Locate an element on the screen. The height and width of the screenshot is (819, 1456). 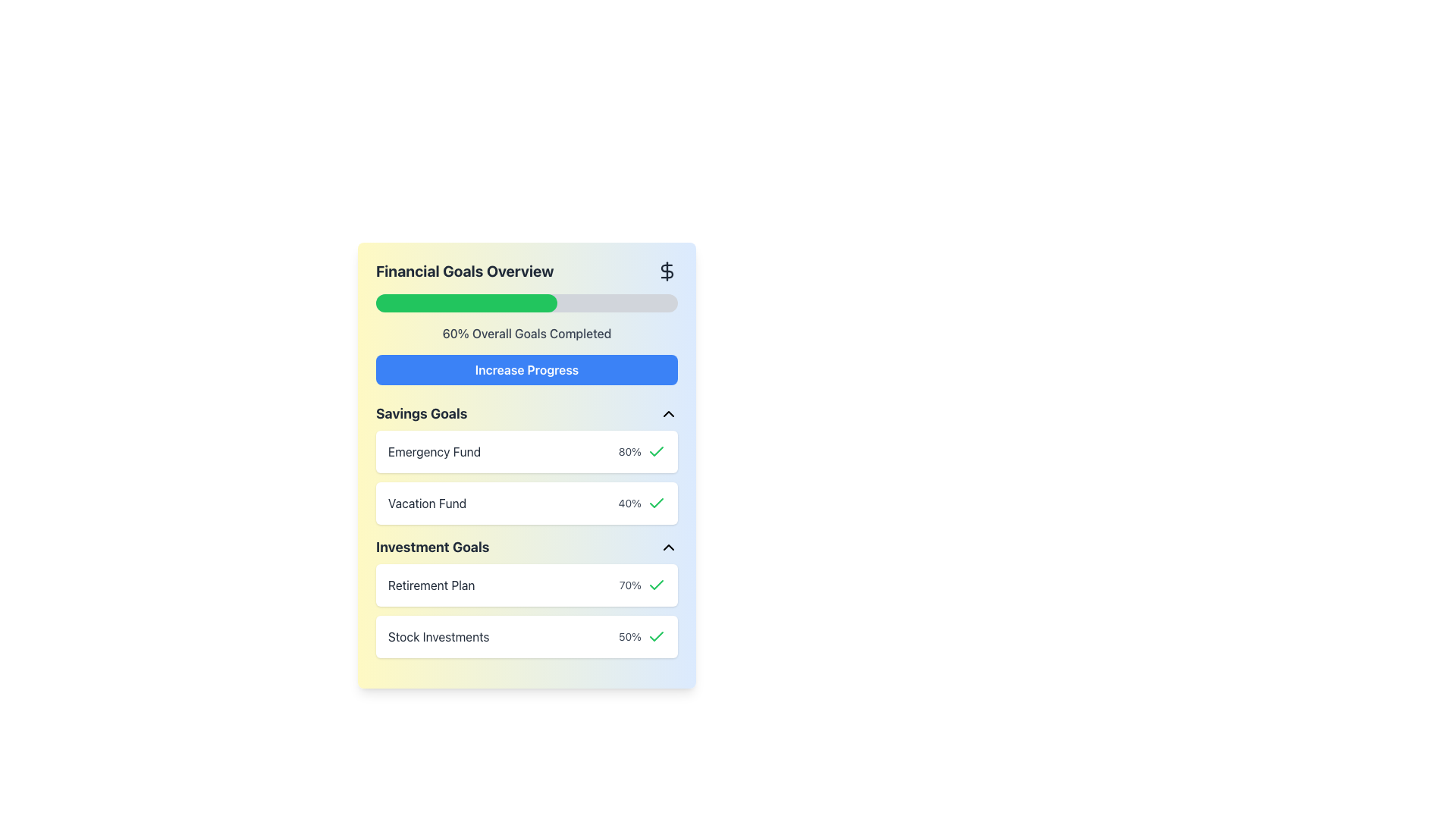
the List Item Group displaying 'Retirement Plan' and 'Stock Investments' blocks, which are styled with a white background and rounded corners is located at coordinates (527, 610).